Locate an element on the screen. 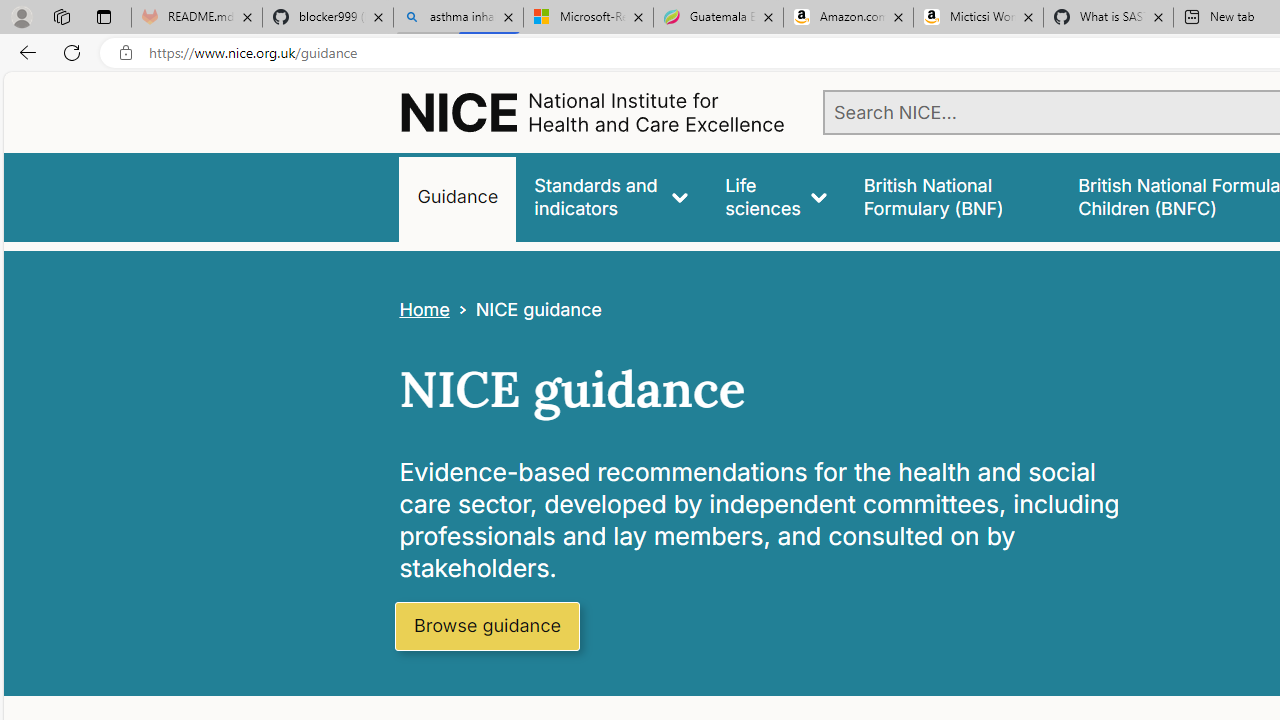  'View site information' is located at coordinates (125, 52).